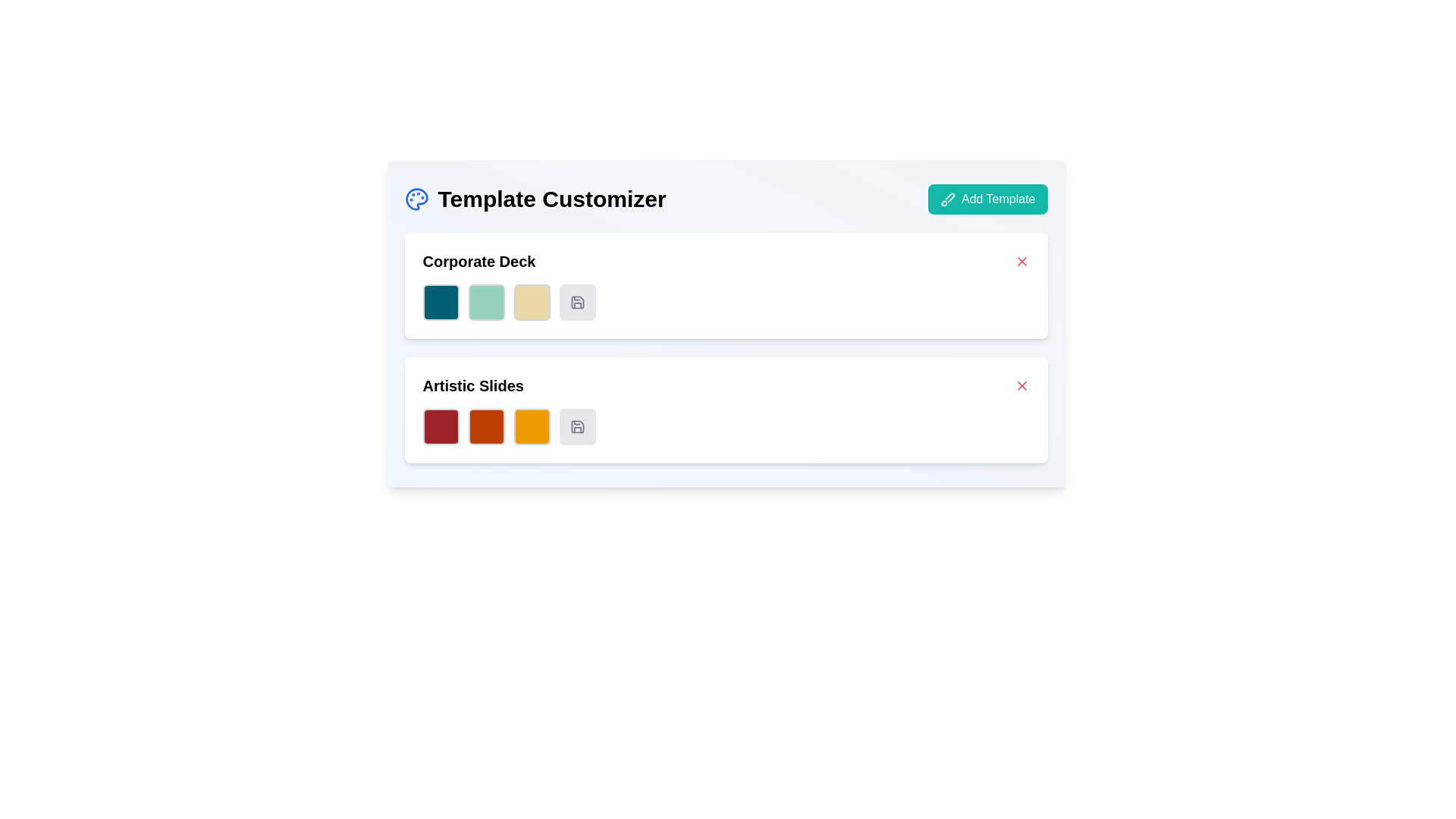 This screenshot has height=819, width=1456. I want to click on the close icon represented by an 'X' shape within the SVG in the Template Customizer interface, so click(1021, 385).